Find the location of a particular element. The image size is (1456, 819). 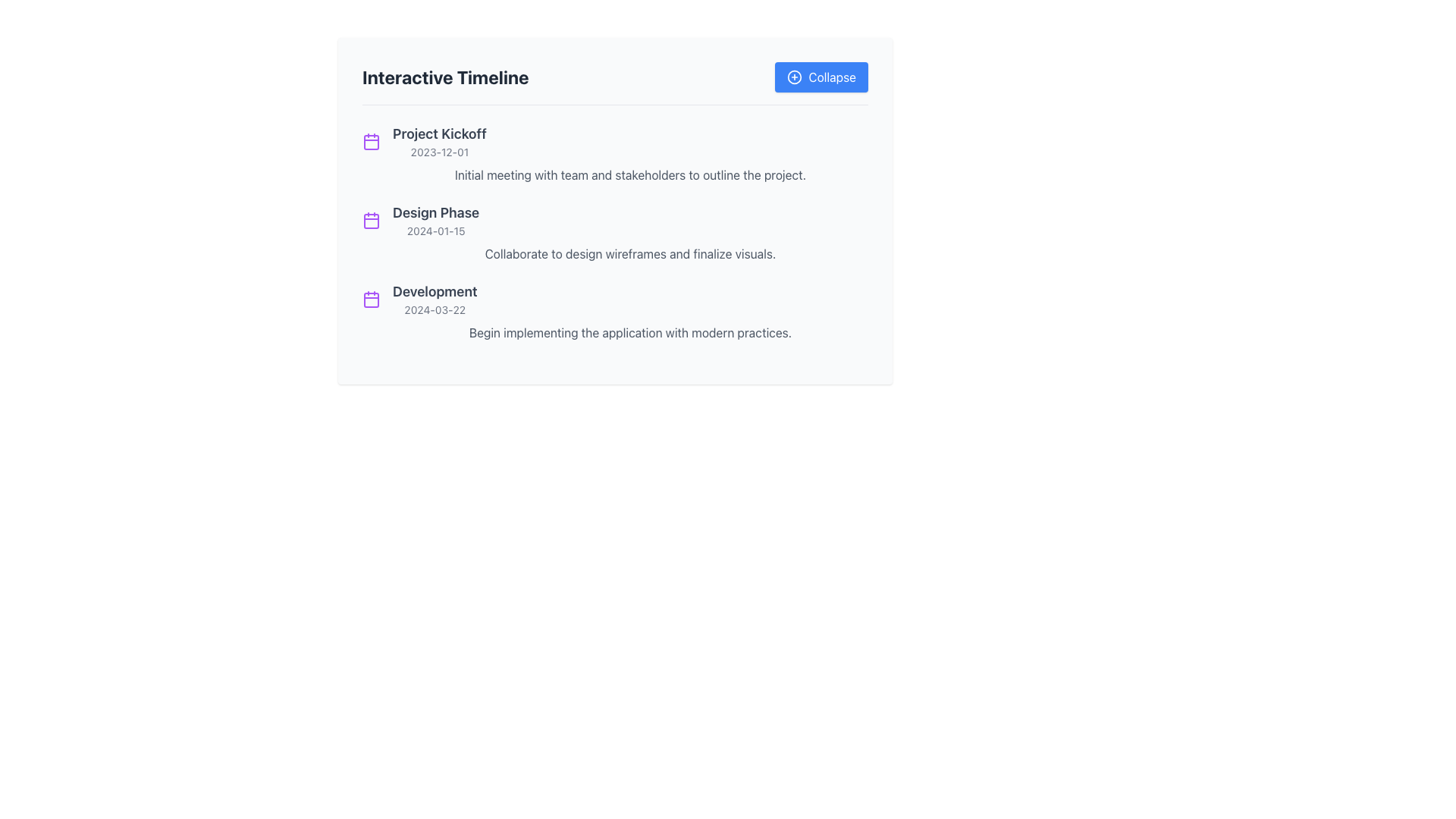

the calendar icon that represents the 'Development' entry in the timeline interface, which is visually styled in purple and located adjacent to the text 'Development 2024-03-22' is located at coordinates (371, 299).